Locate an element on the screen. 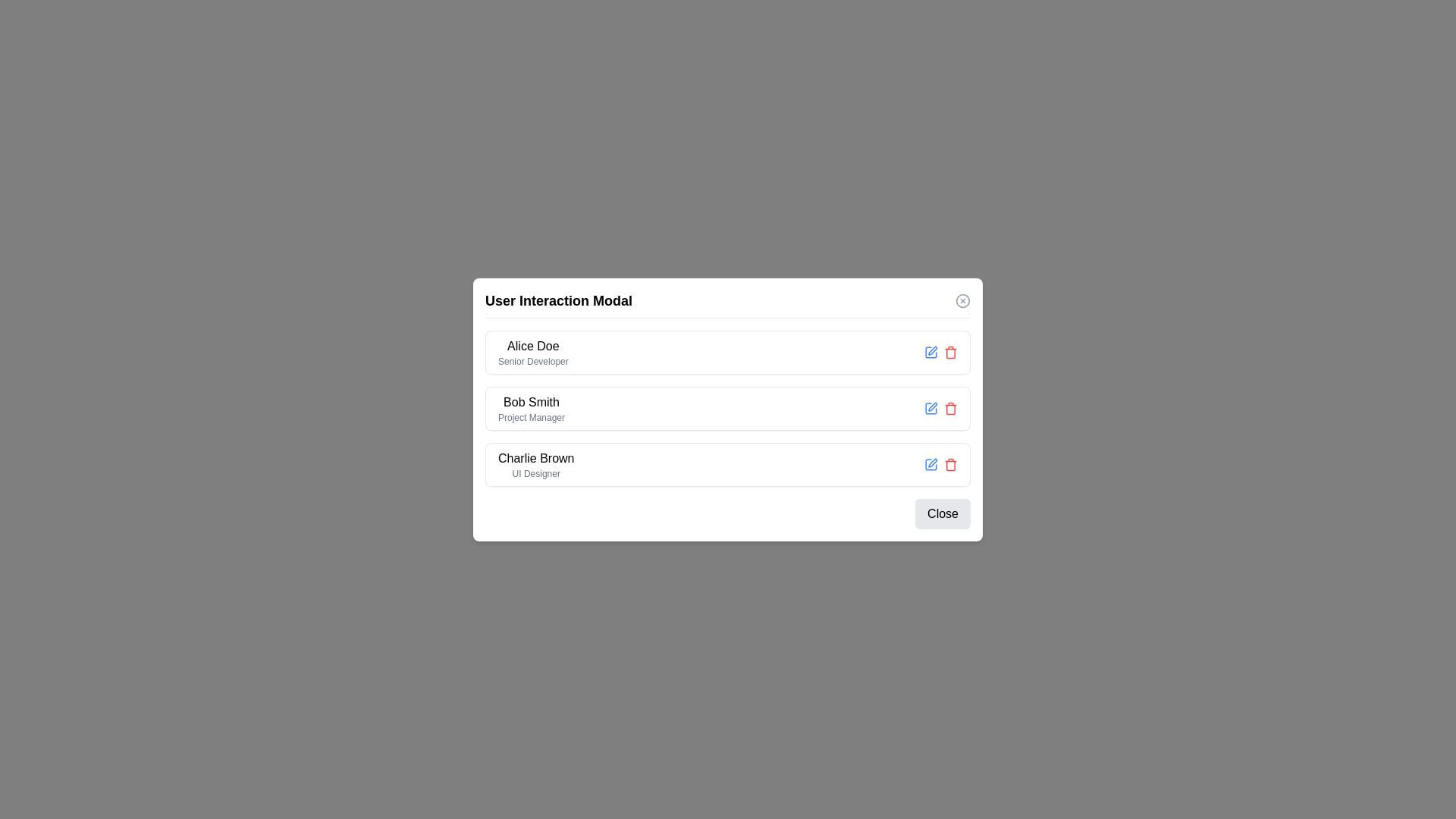  the red trash can icon in the top-right of the 'User Interaction Modal' is located at coordinates (949, 352).